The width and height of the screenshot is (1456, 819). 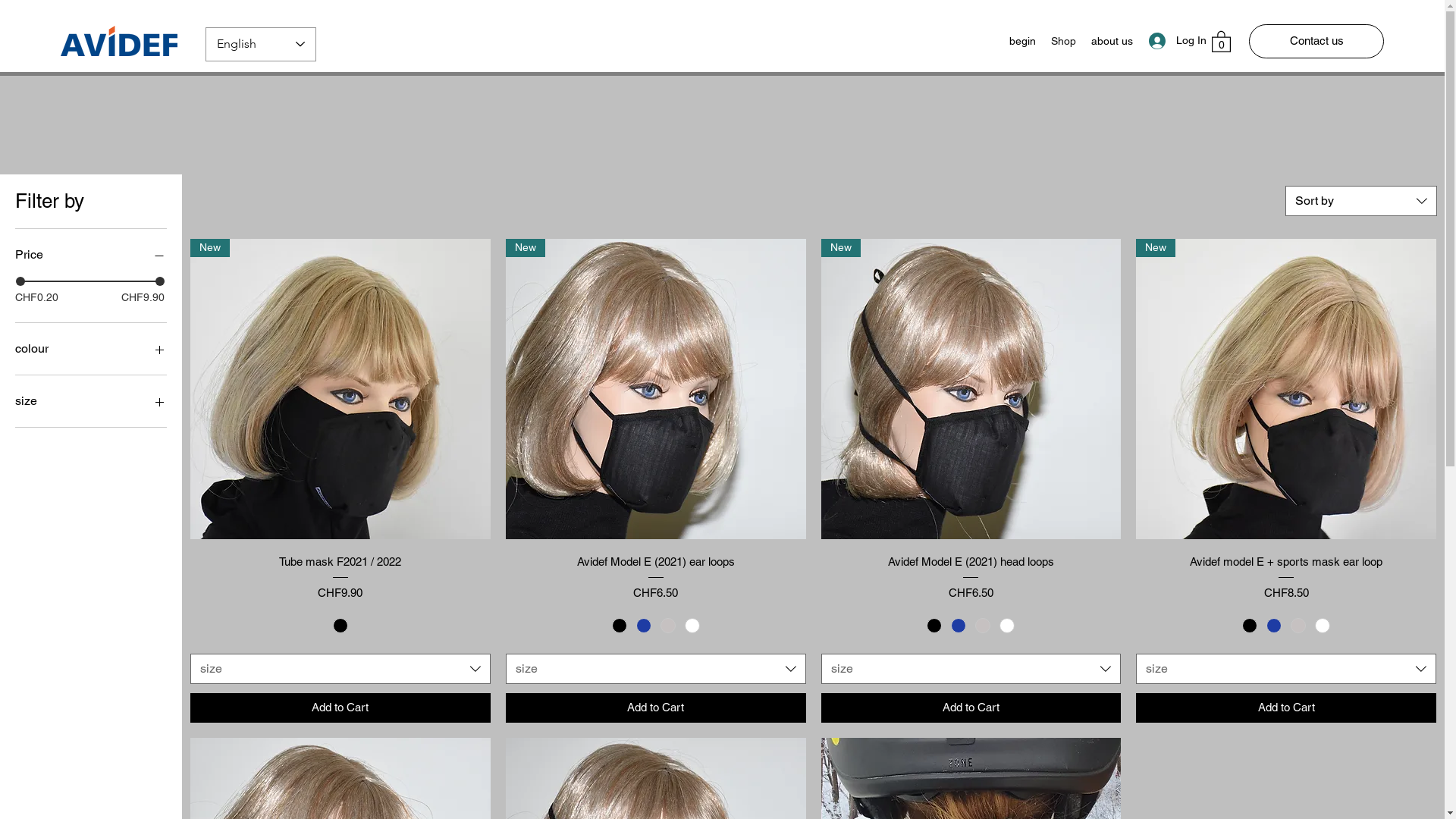 I want to click on 'Shop', so click(x=1043, y=40).